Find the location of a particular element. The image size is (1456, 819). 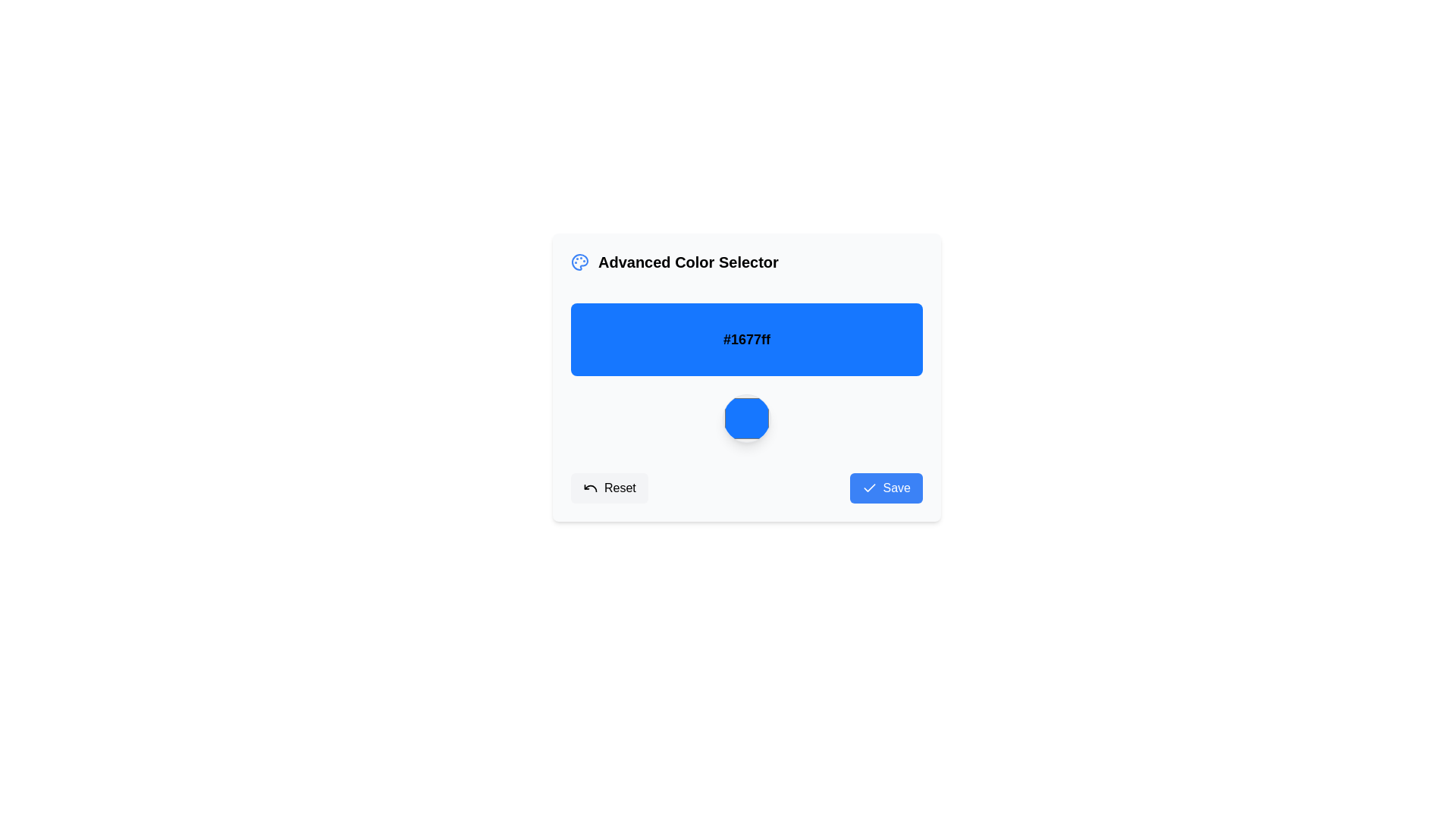

the 'Save' button which contains the save icon located at the bottom-right corner of the visible interface is located at coordinates (869, 488).